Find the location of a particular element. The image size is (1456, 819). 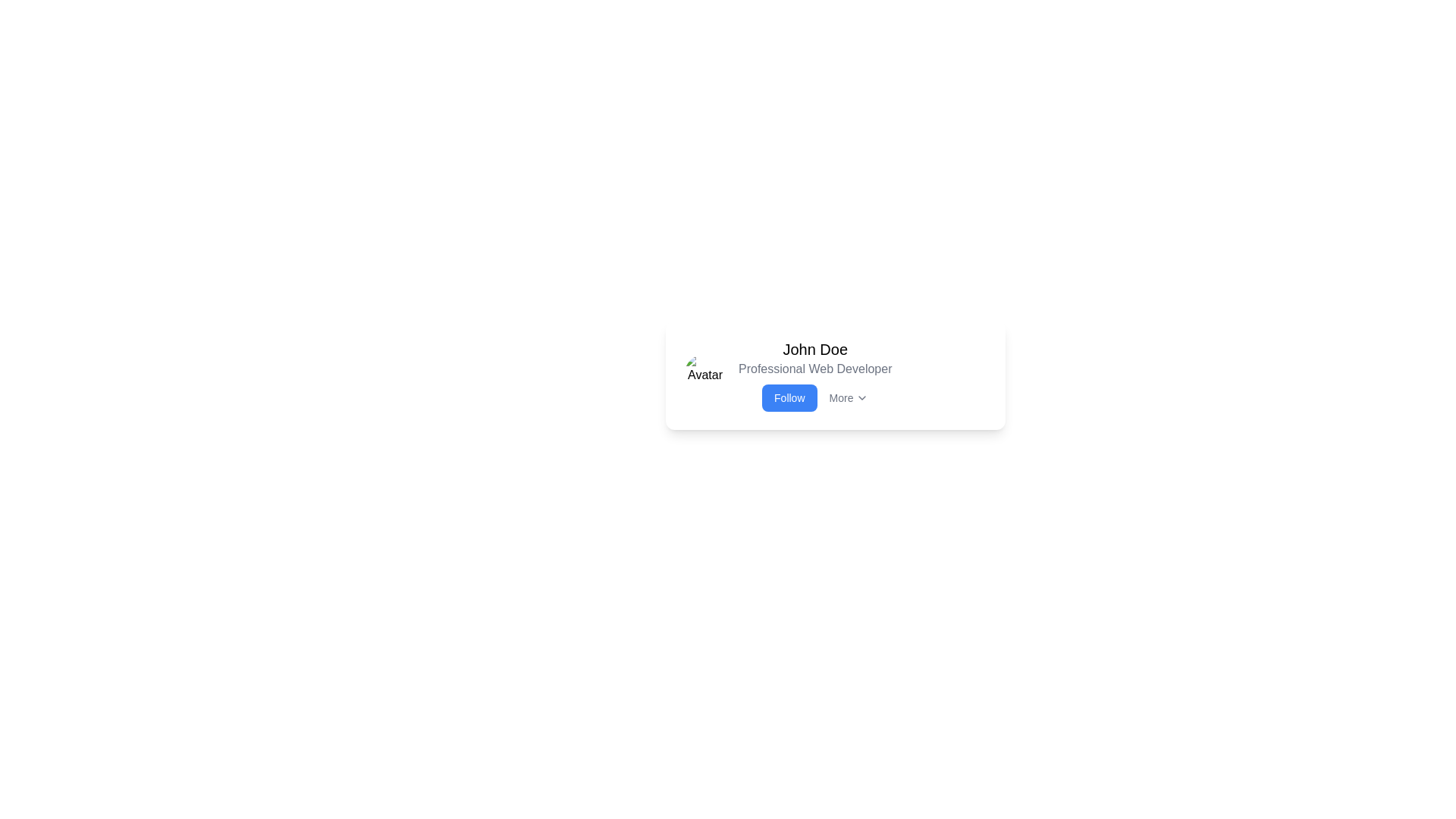

the 'More' button located next to the 'Follow' button is located at coordinates (848, 397).